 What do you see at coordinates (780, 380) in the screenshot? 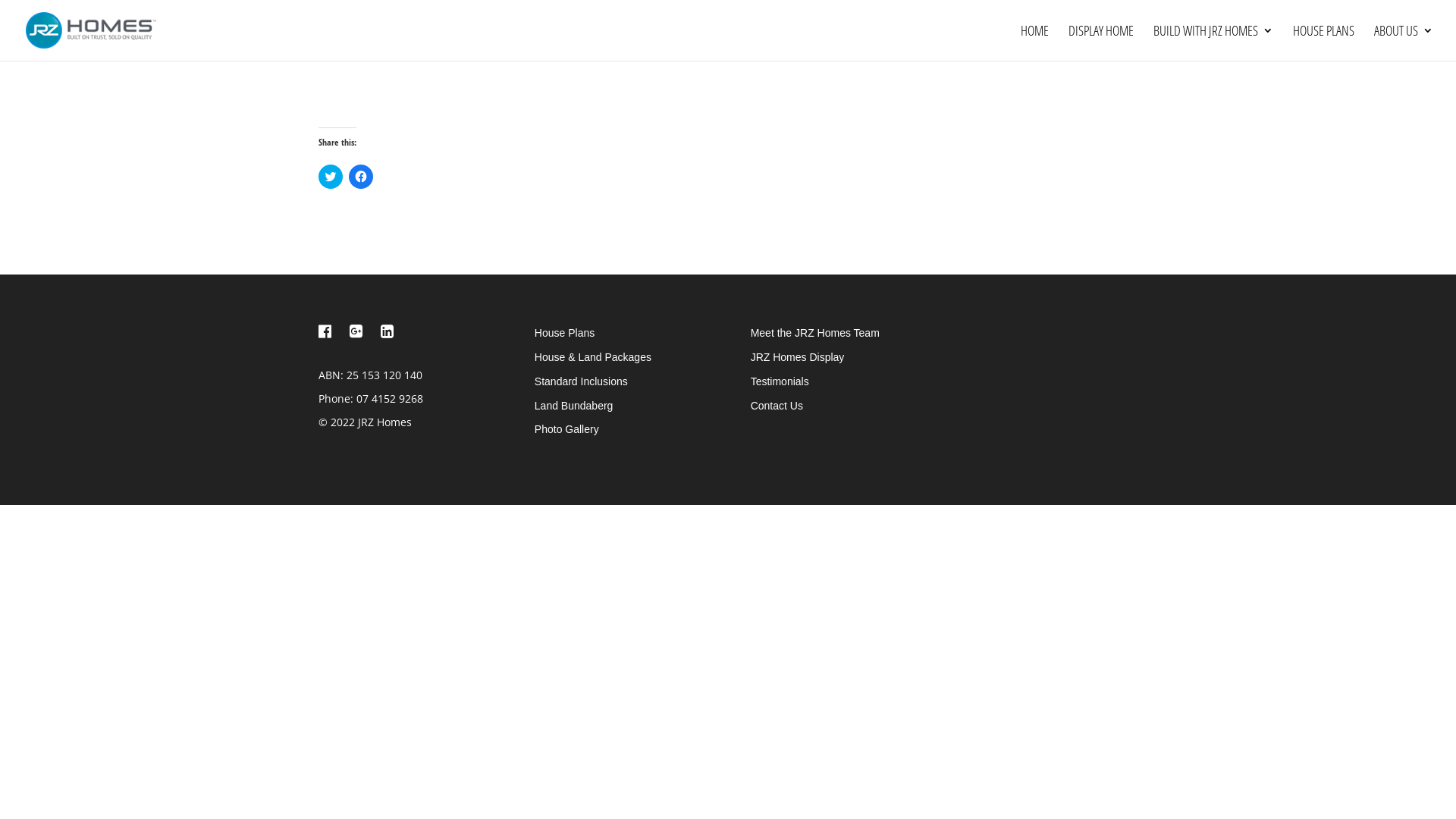
I see `'Testimonials'` at bounding box center [780, 380].